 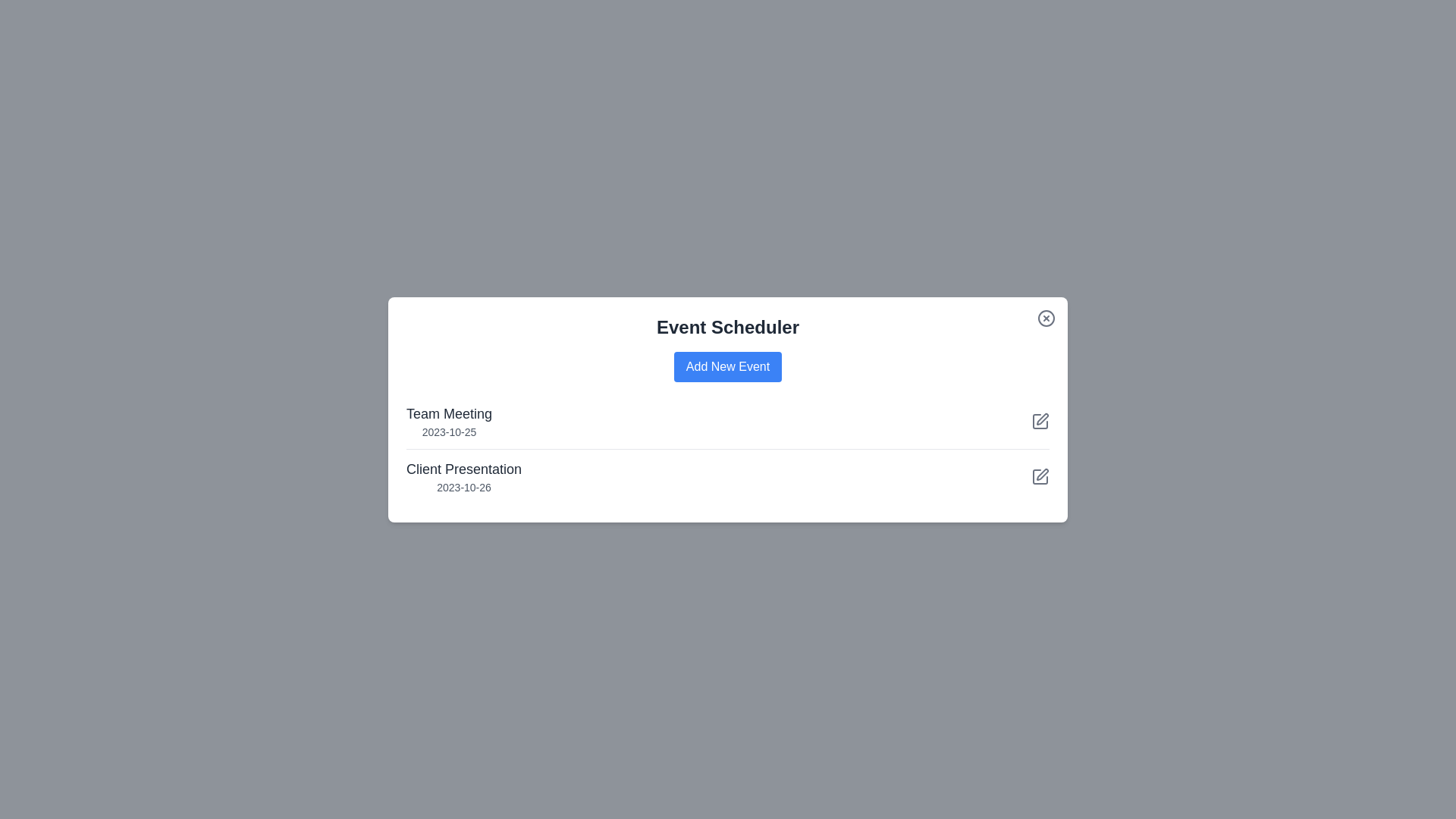 What do you see at coordinates (463, 475) in the screenshot?
I see `the composite element consisting of the bolded label 'Client Presentation' and the smaller date '2023-10-26' located in the white section towards the bottom of the interface` at bounding box center [463, 475].